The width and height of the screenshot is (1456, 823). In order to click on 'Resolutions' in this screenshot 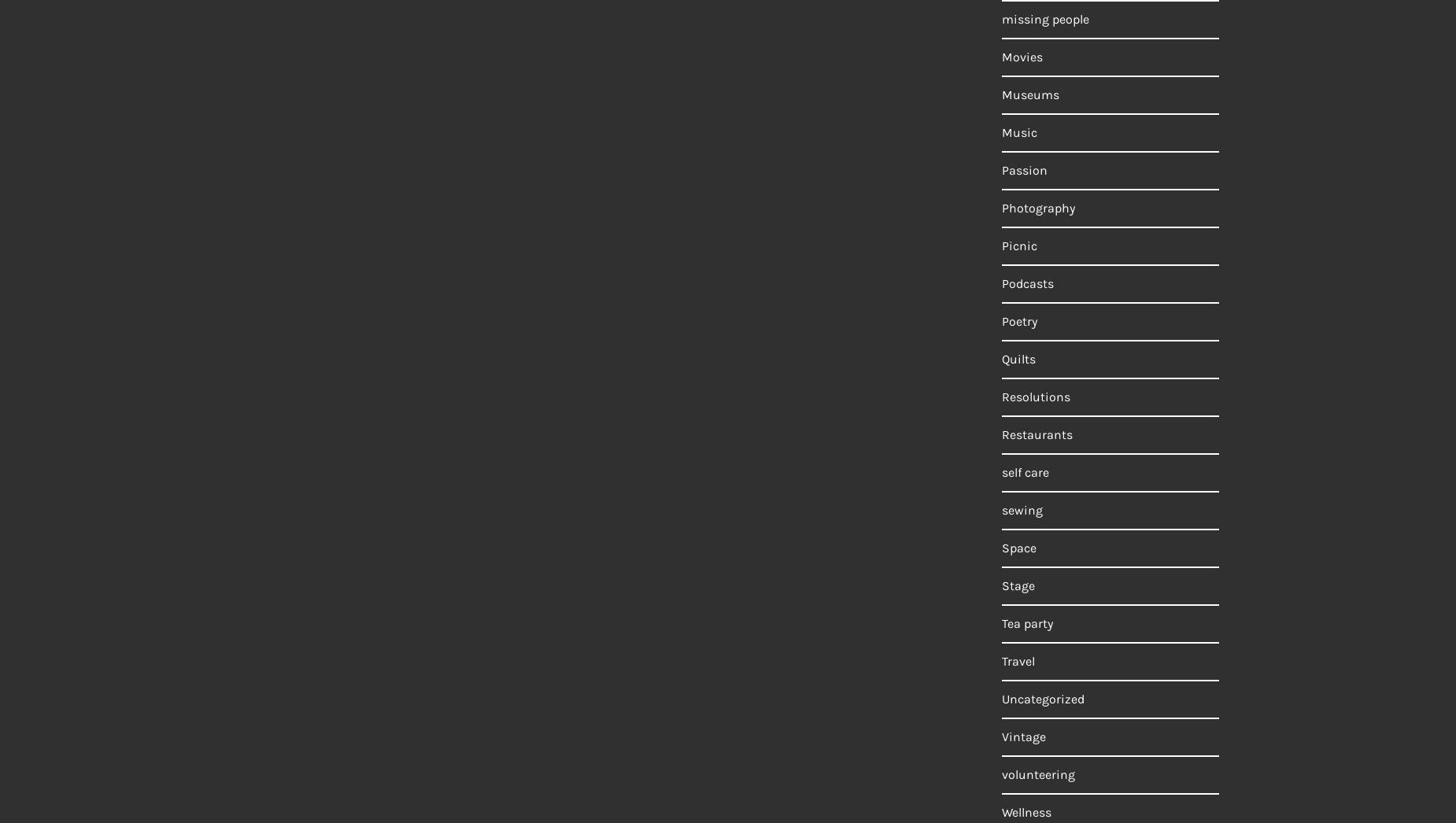, I will do `click(1000, 397)`.